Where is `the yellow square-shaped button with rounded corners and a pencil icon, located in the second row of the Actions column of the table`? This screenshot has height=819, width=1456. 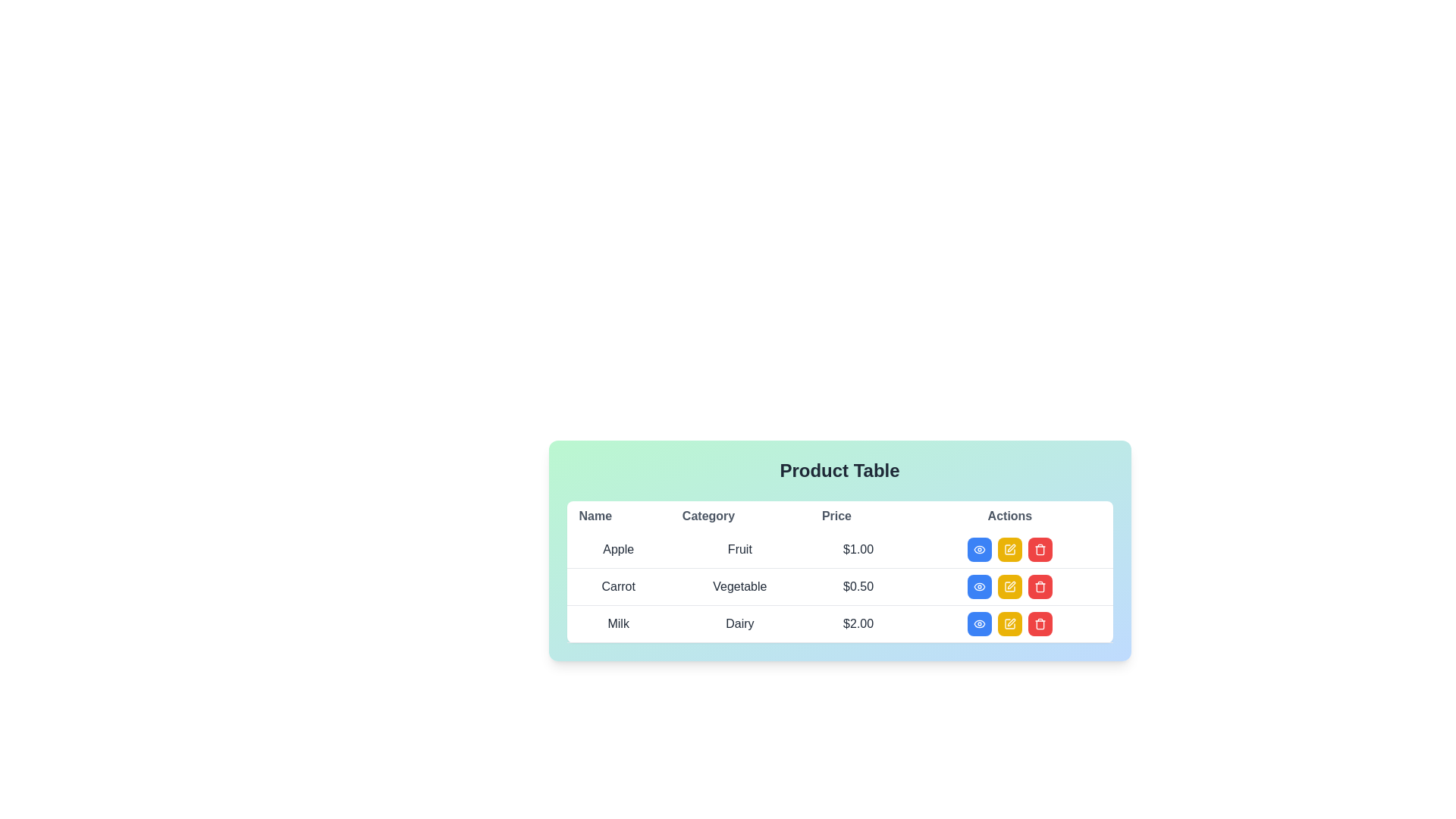
the yellow square-shaped button with rounded corners and a pencil icon, located in the second row of the Actions column of the table is located at coordinates (1009, 550).